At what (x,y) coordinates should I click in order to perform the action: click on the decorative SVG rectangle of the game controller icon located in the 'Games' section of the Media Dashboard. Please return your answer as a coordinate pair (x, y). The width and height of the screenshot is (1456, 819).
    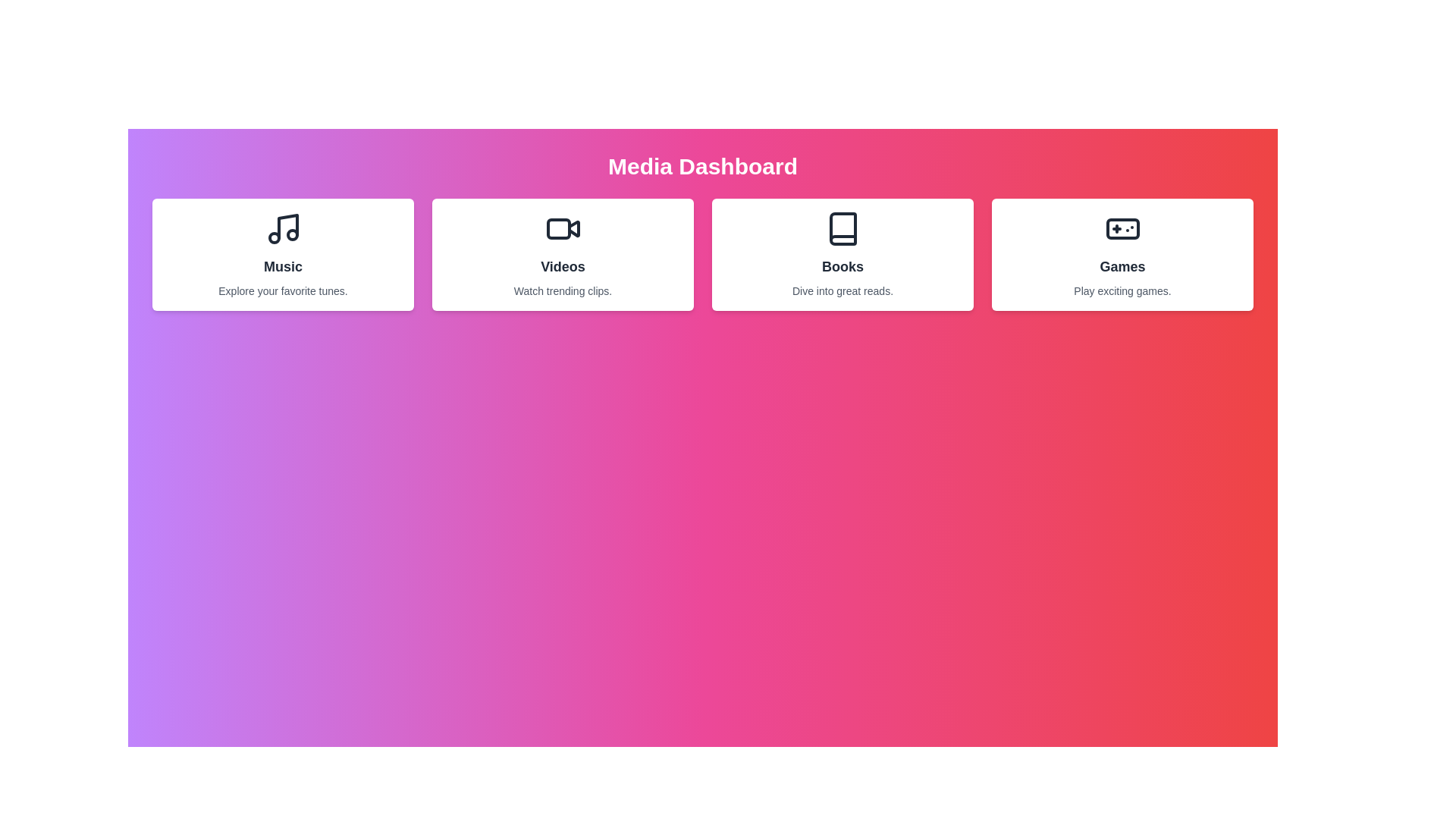
    Looking at the image, I should click on (1122, 228).